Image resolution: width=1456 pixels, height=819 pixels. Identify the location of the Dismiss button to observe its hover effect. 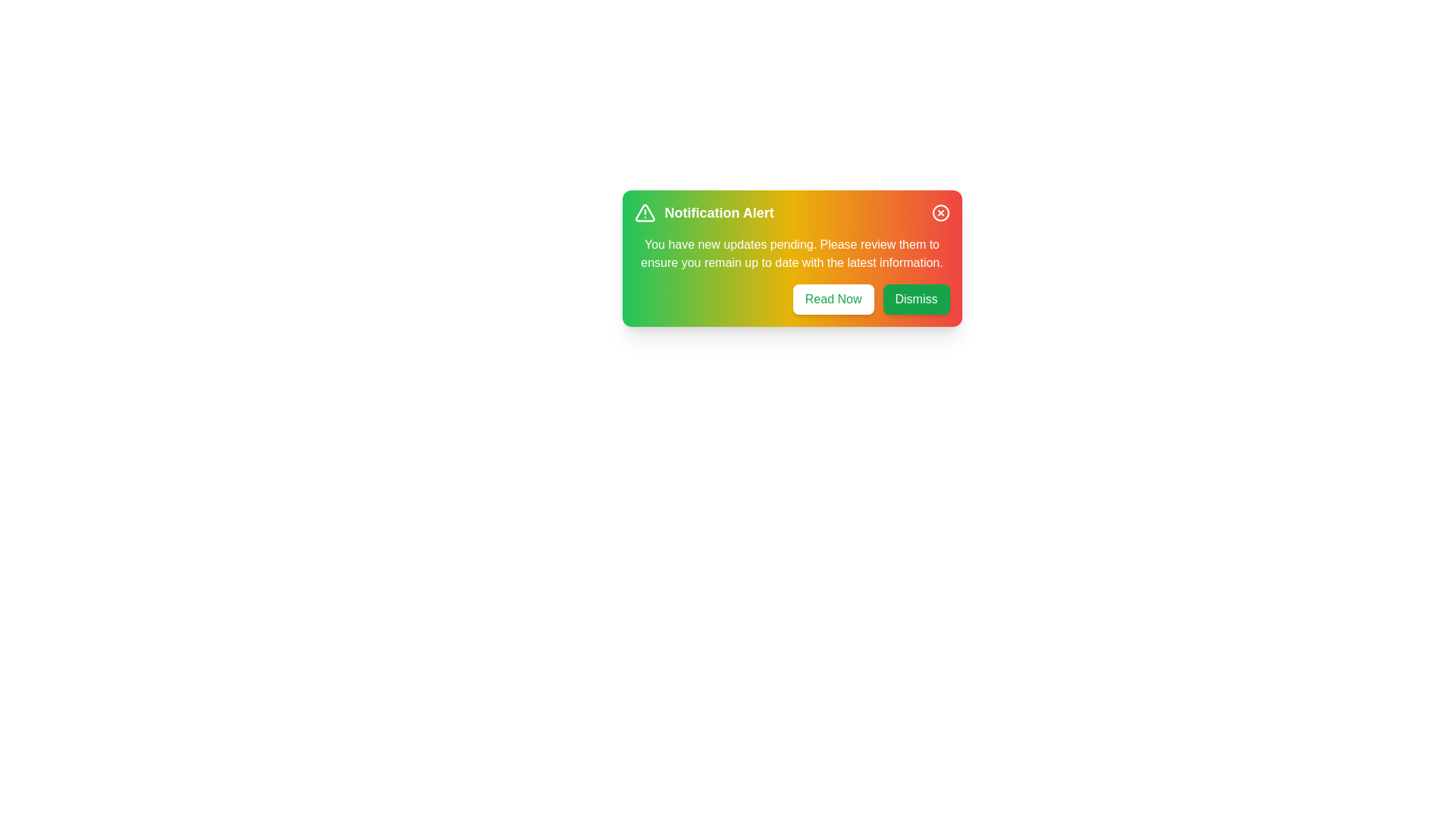
(915, 299).